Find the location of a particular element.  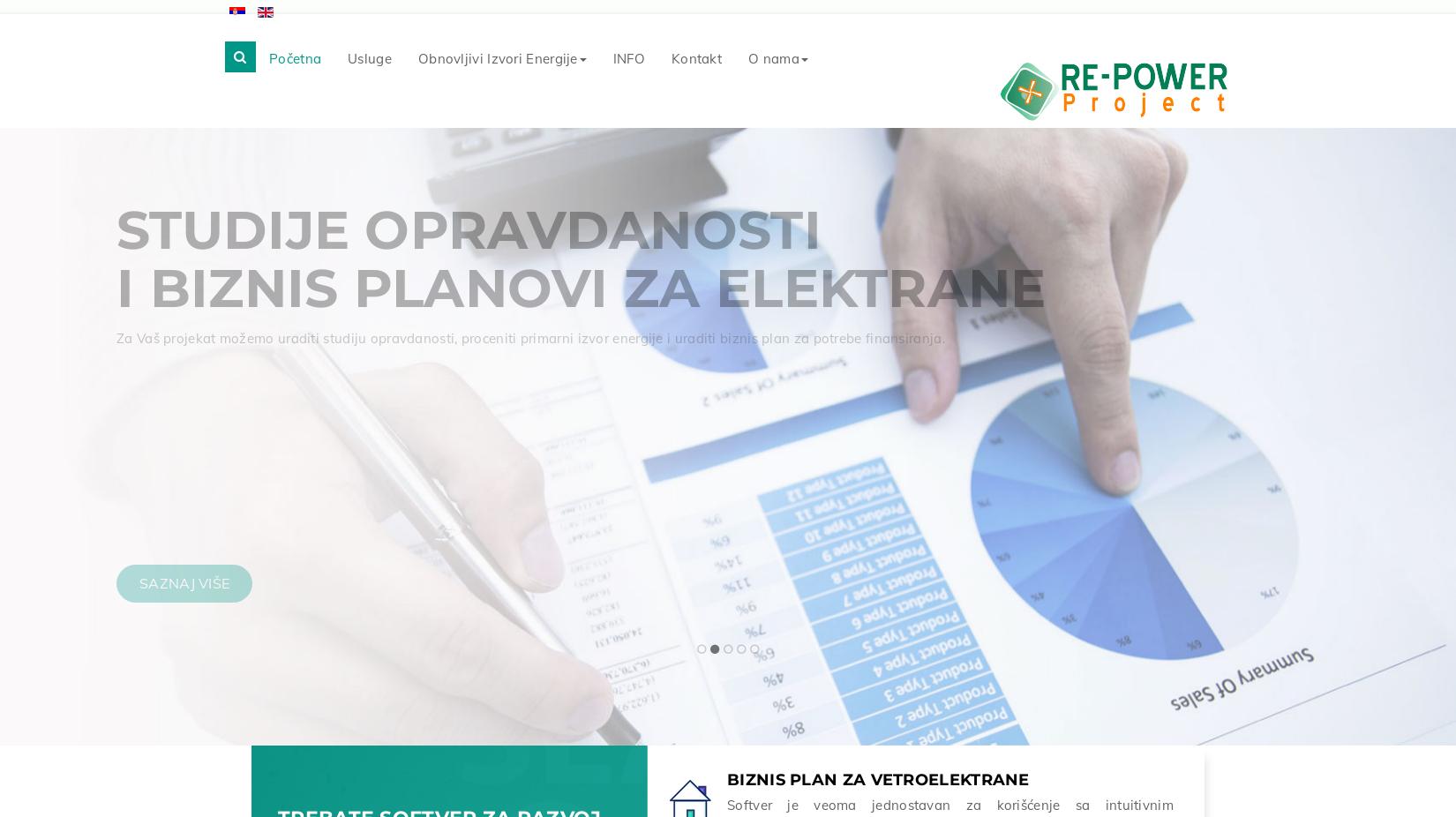

'i prepoznati sva ograničenja u tački priključenja.' is located at coordinates (270, 475).